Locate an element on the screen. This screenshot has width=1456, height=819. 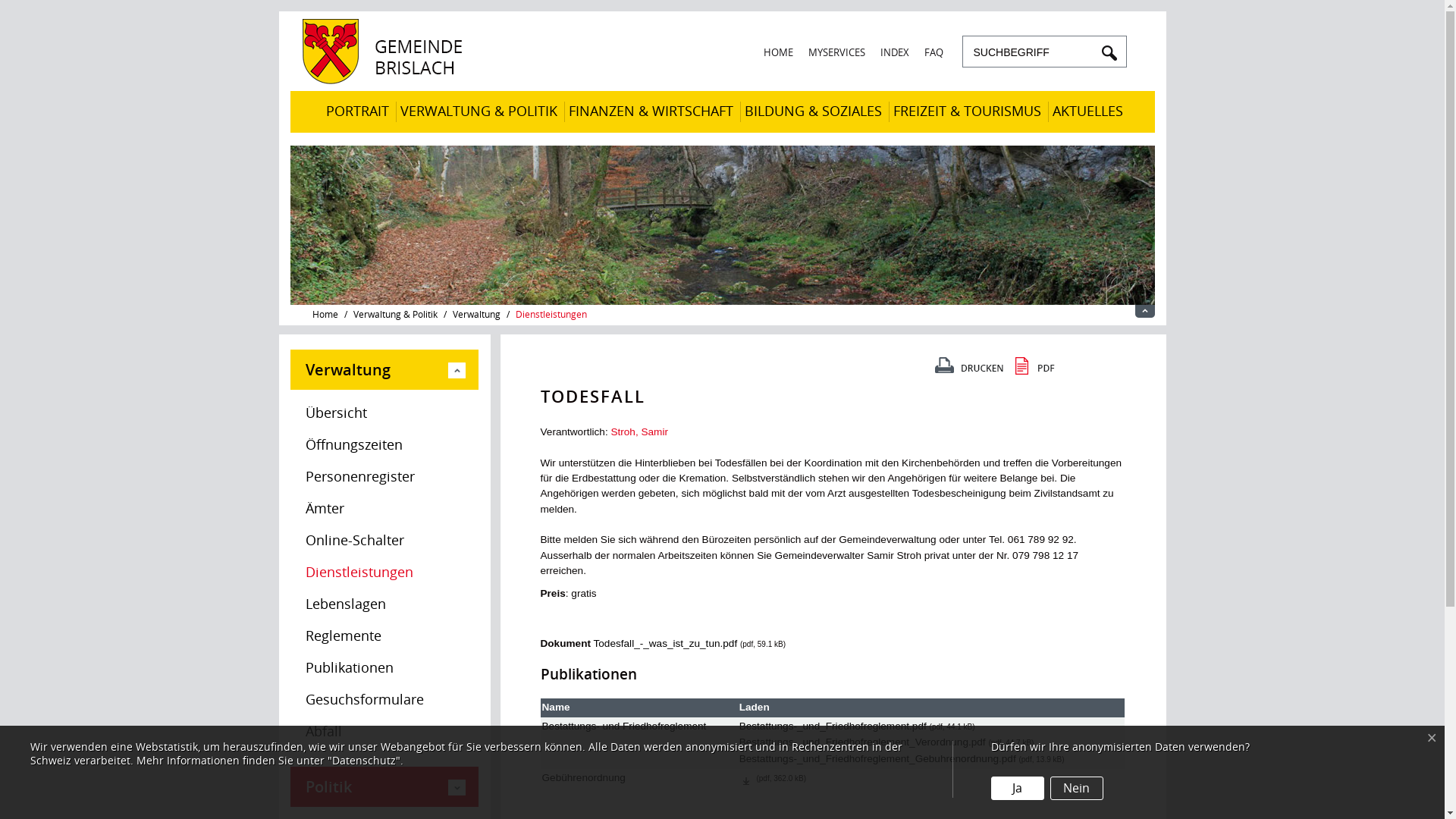
'INDEX' is located at coordinates (894, 52).